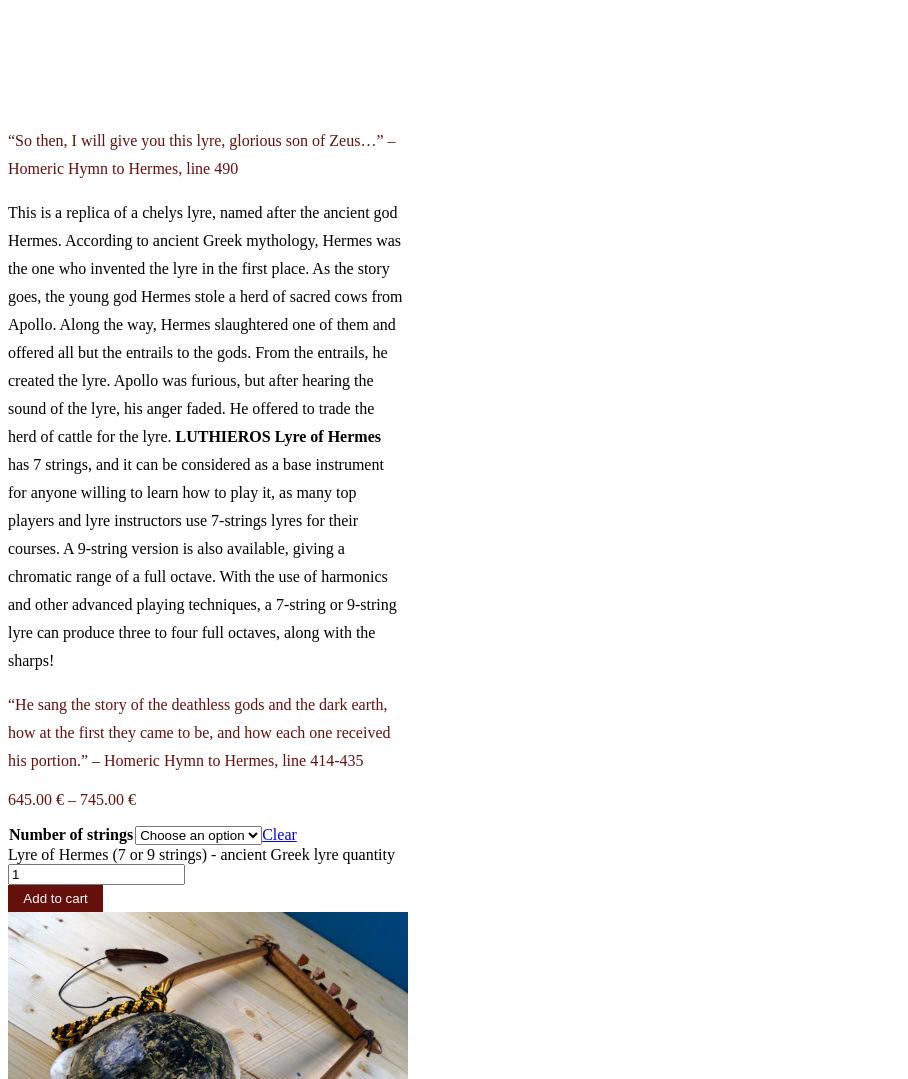 This screenshot has height=1079, width=908. Describe the element at coordinates (71, 834) in the screenshot. I see `'Number of strings'` at that location.